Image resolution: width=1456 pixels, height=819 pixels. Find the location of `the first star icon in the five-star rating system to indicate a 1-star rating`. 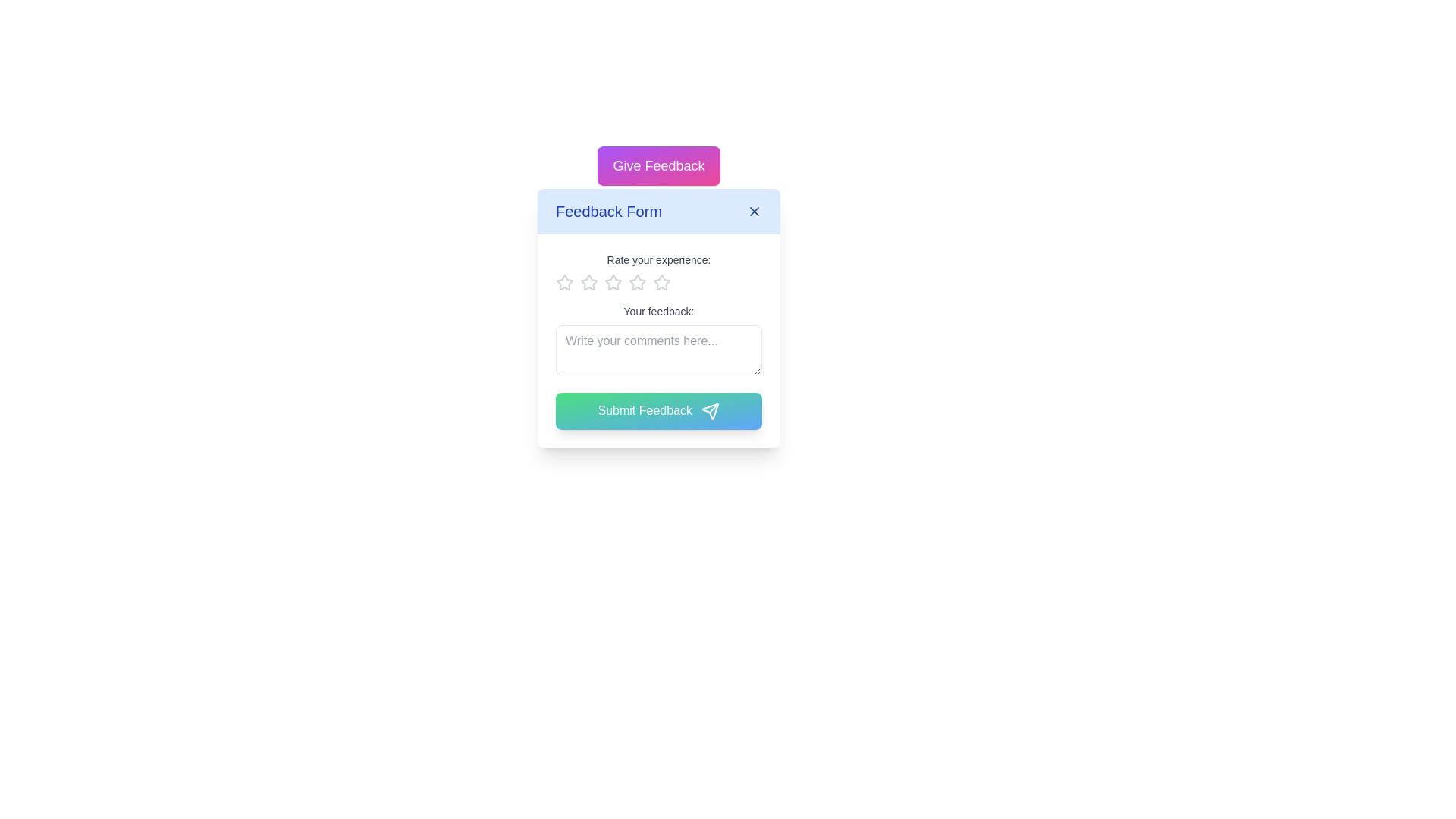

the first star icon in the five-star rating system to indicate a 1-star rating is located at coordinates (563, 282).